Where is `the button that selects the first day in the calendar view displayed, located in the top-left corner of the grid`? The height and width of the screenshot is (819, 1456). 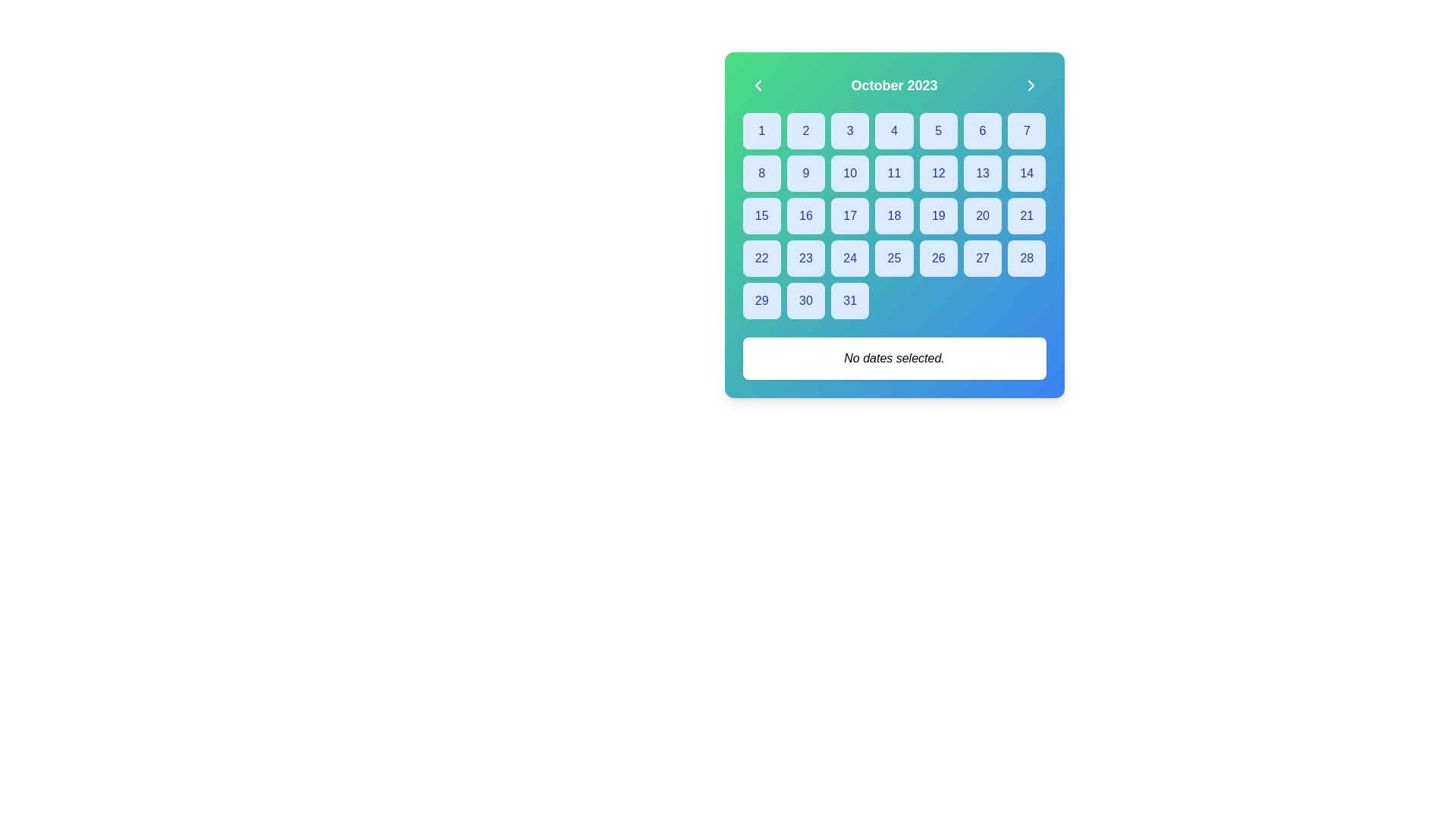
the button that selects the first day in the calendar view displayed, located in the top-left corner of the grid is located at coordinates (761, 130).